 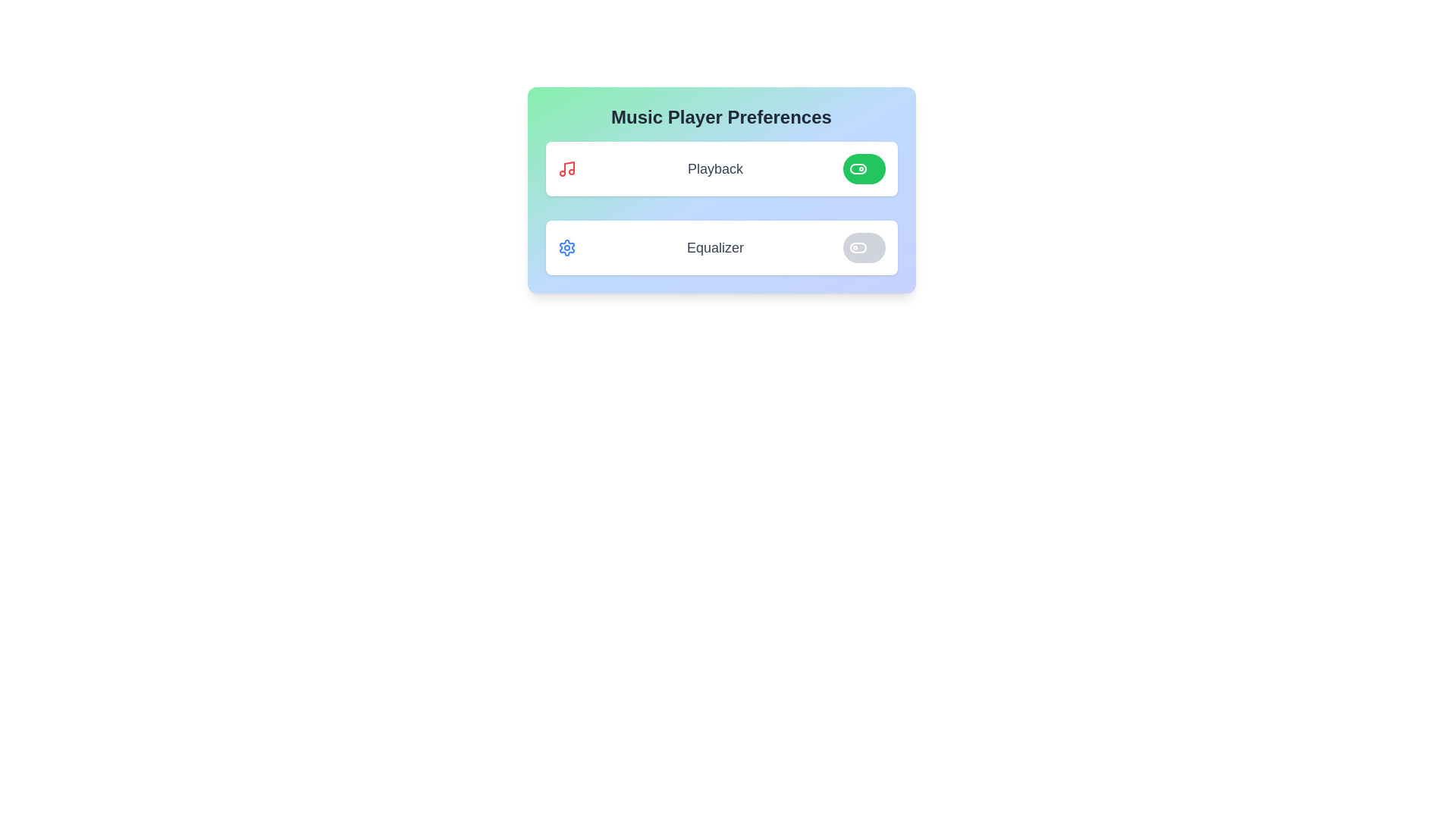 I want to click on the gear-like icon with a blue outline located to the left of the 'Equalizer' text for contextual understanding, so click(x=566, y=247).